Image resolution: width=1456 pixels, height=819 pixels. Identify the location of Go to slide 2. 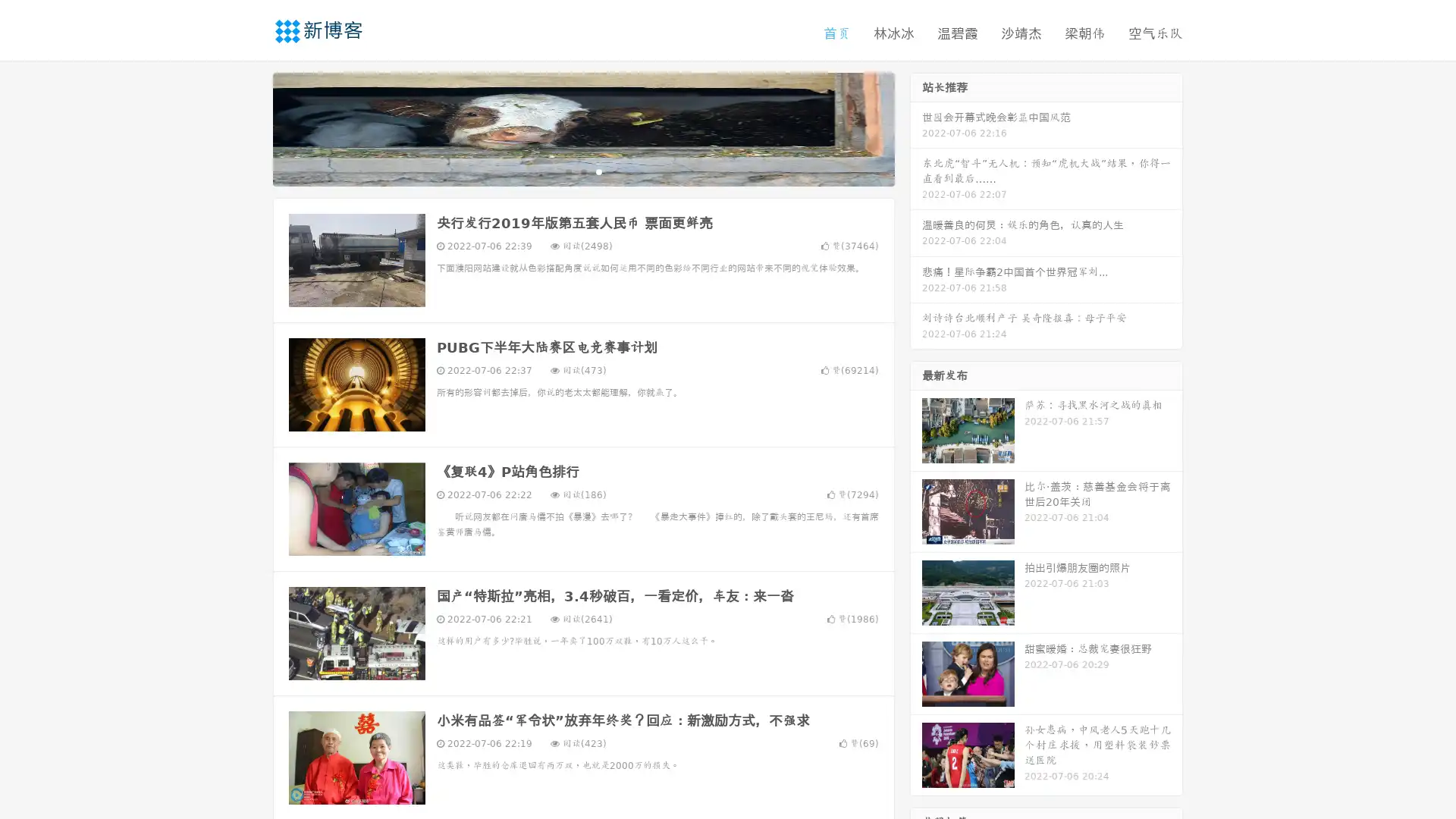
(582, 171).